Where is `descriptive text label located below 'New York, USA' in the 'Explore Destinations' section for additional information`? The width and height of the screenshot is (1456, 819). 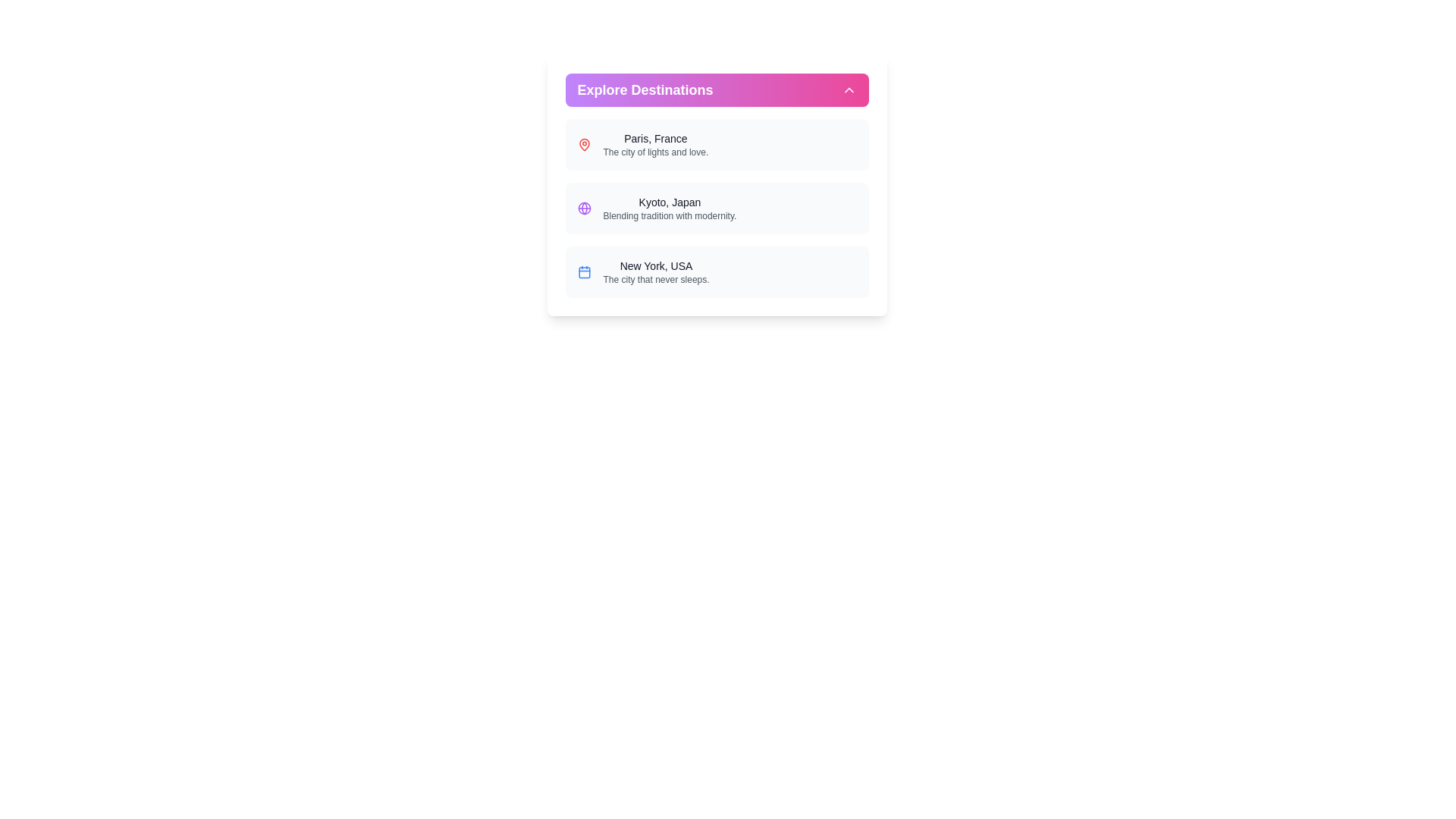 descriptive text label located below 'New York, USA' in the 'Explore Destinations' section for additional information is located at coordinates (656, 280).